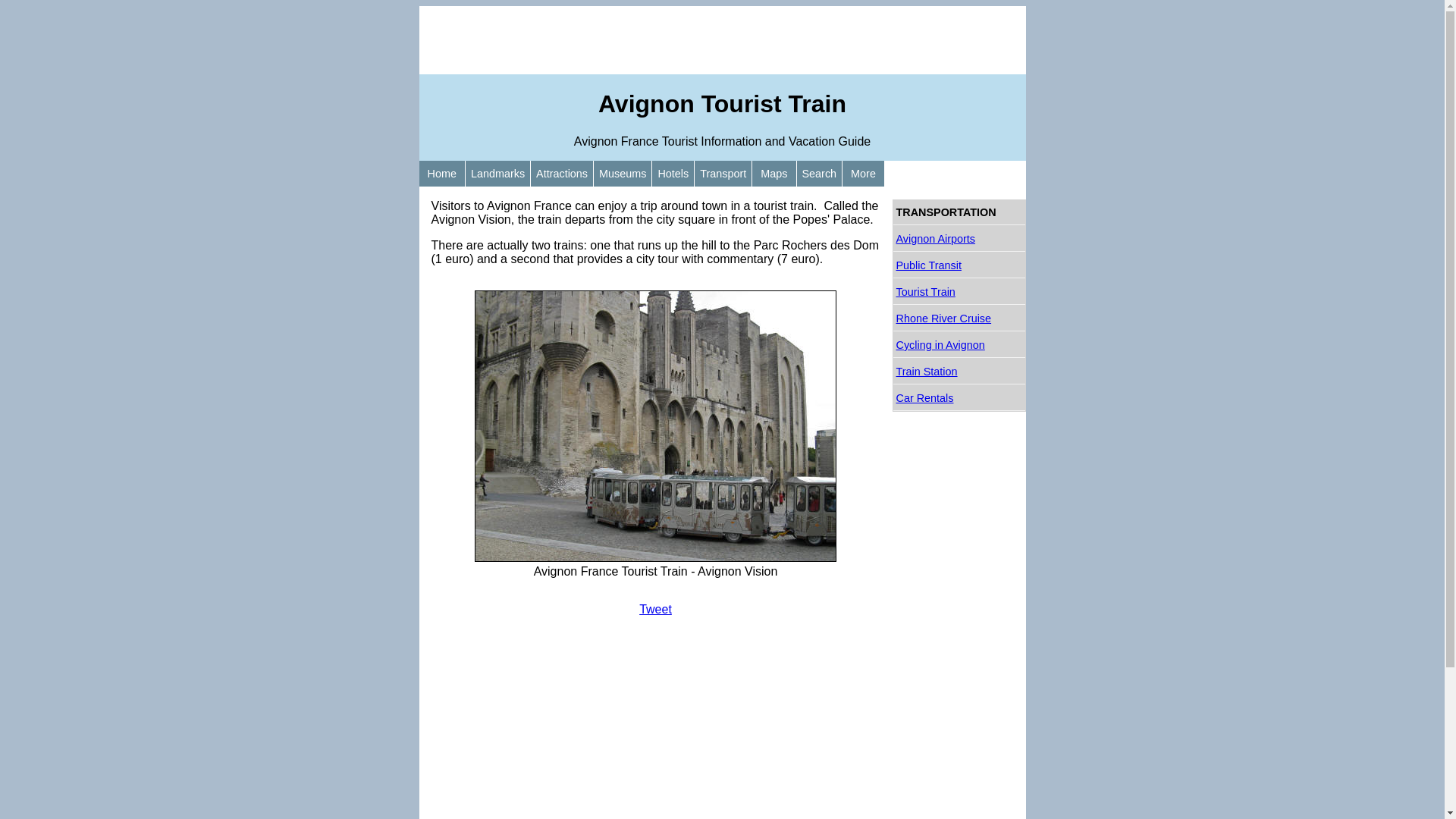 This screenshot has width=1456, height=819. What do you see at coordinates (959, 397) in the screenshot?
I see `'Car Rentals'` at bounding box center [959, 397].